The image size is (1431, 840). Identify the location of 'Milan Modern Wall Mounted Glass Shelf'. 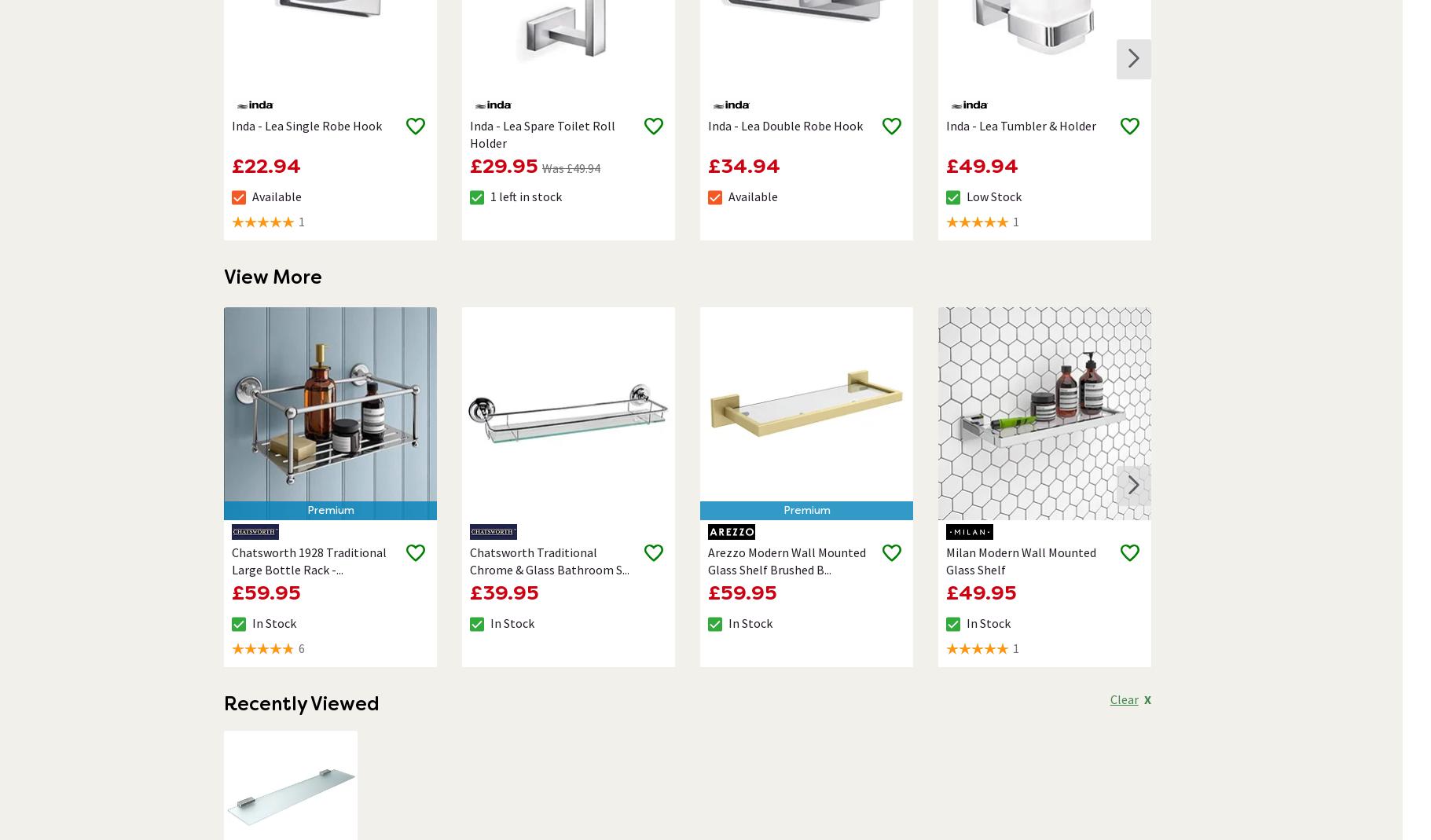
(1020, 559).